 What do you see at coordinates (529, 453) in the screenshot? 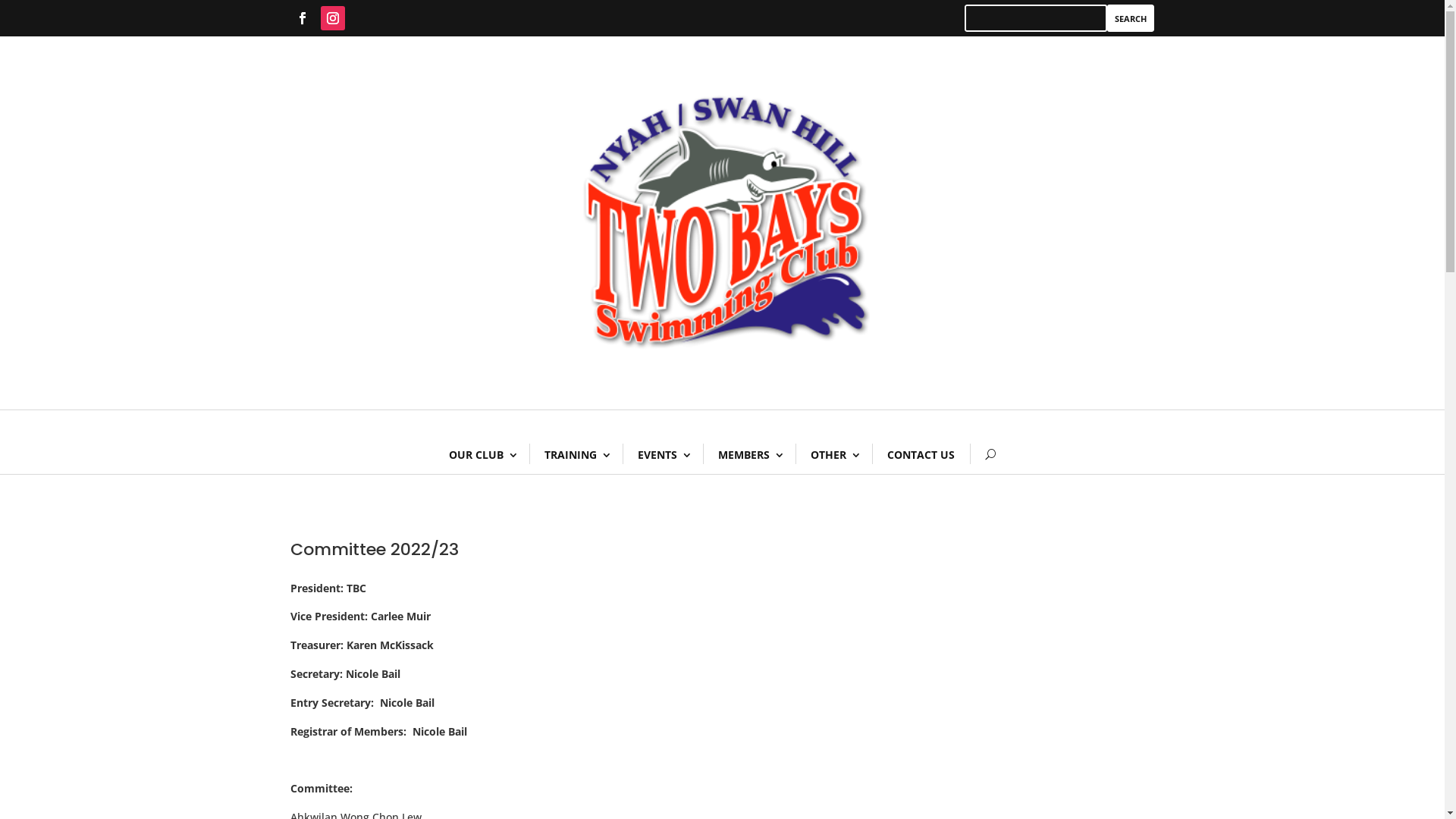
I see `'TRAINING'` at bounding box center [529, 453].